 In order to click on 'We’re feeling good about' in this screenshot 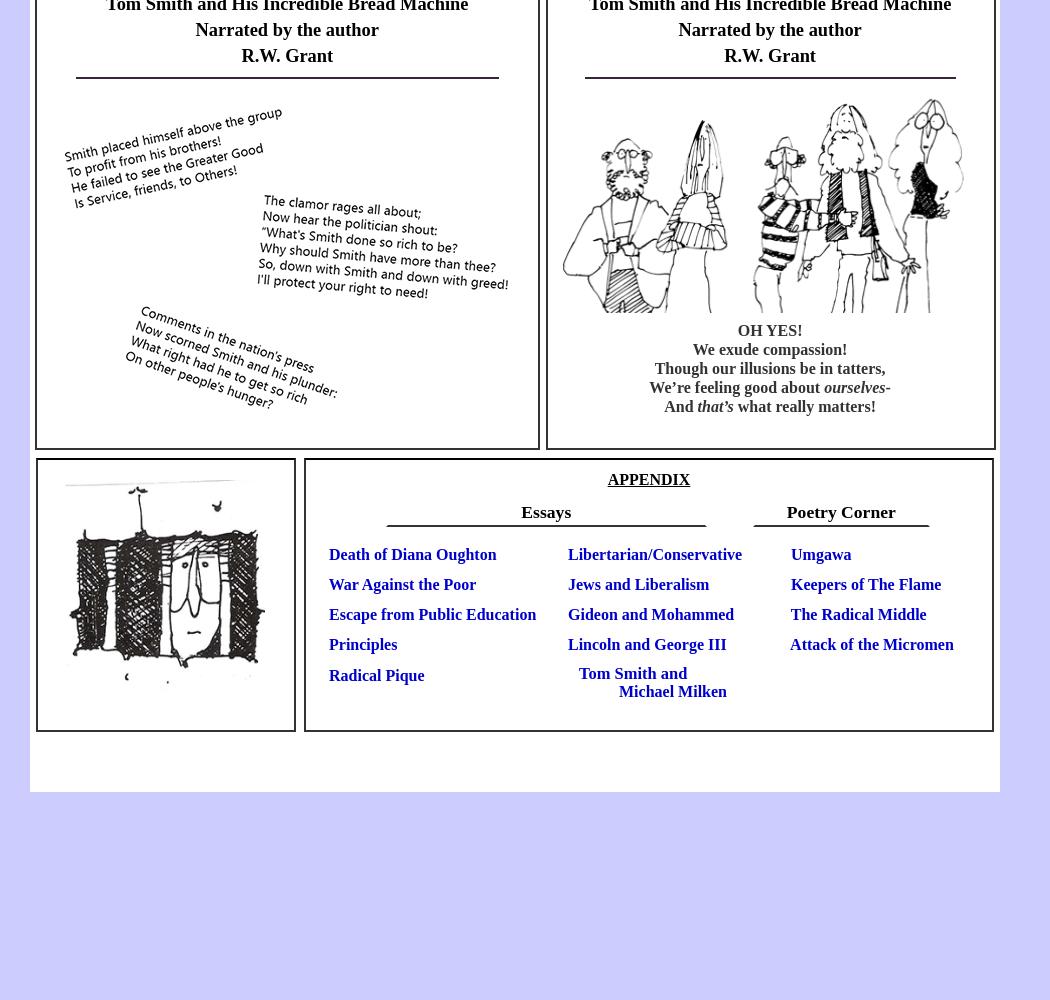, I will do `click(735, 387)`.